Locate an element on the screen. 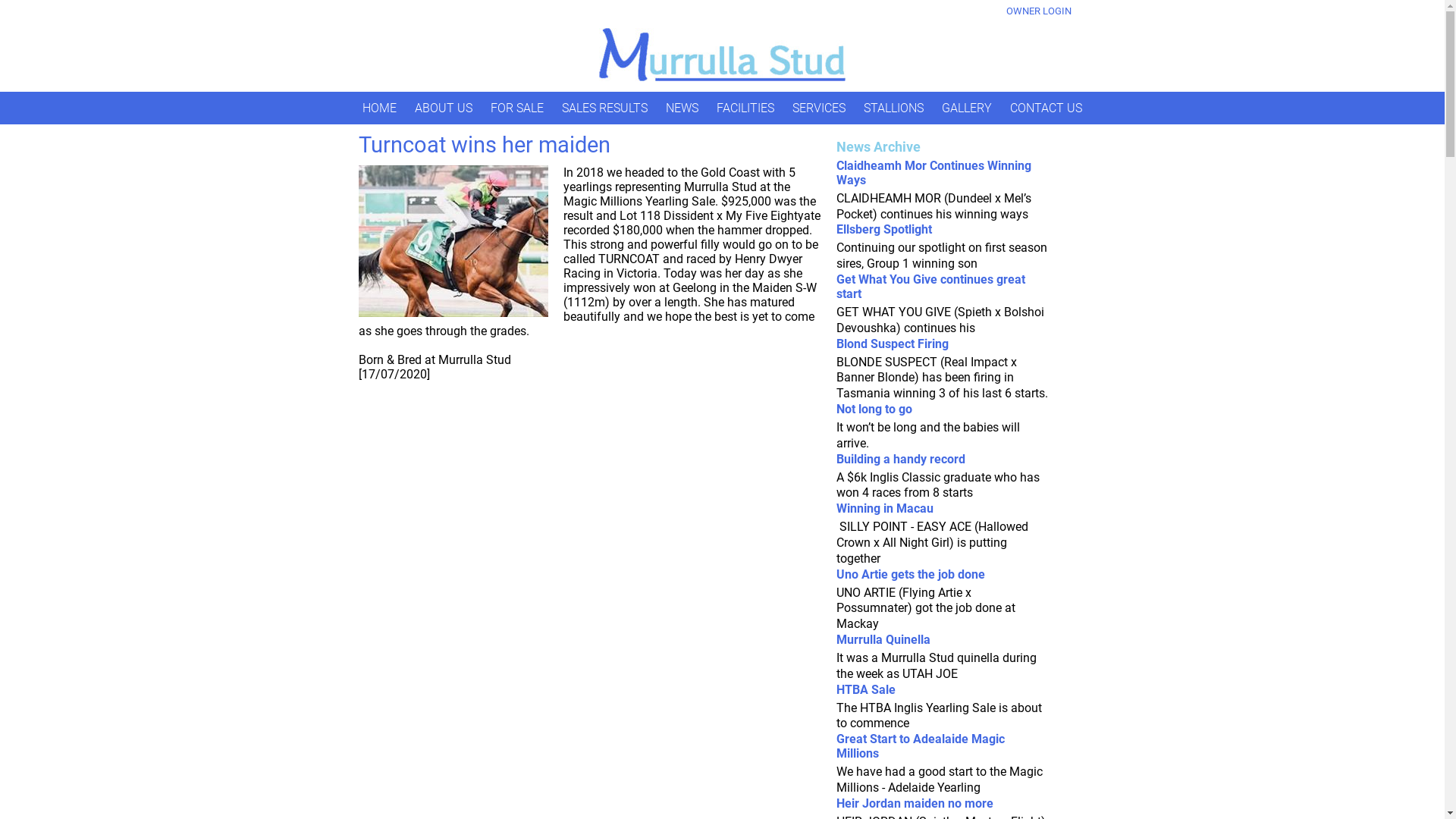 The width and height of the screenshot is (1456, 819). 'NEWS' is located at coordinates (685, 107).